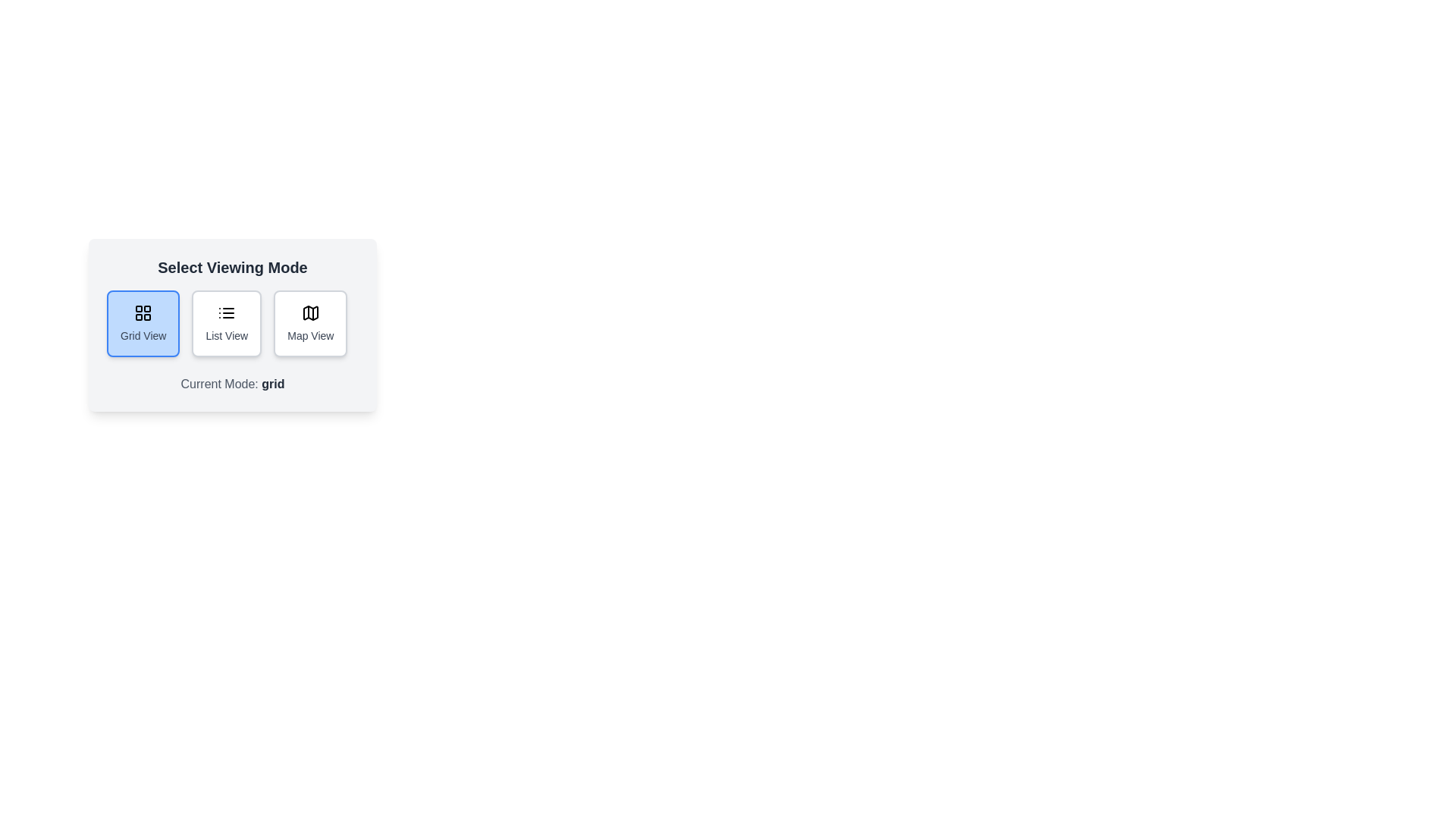 The image size is (1456, 819). Describe the element at coordinates (143, 323) in the screenshot. I see `the viewing mode by clicking on the respective button for Grid View` at that location.